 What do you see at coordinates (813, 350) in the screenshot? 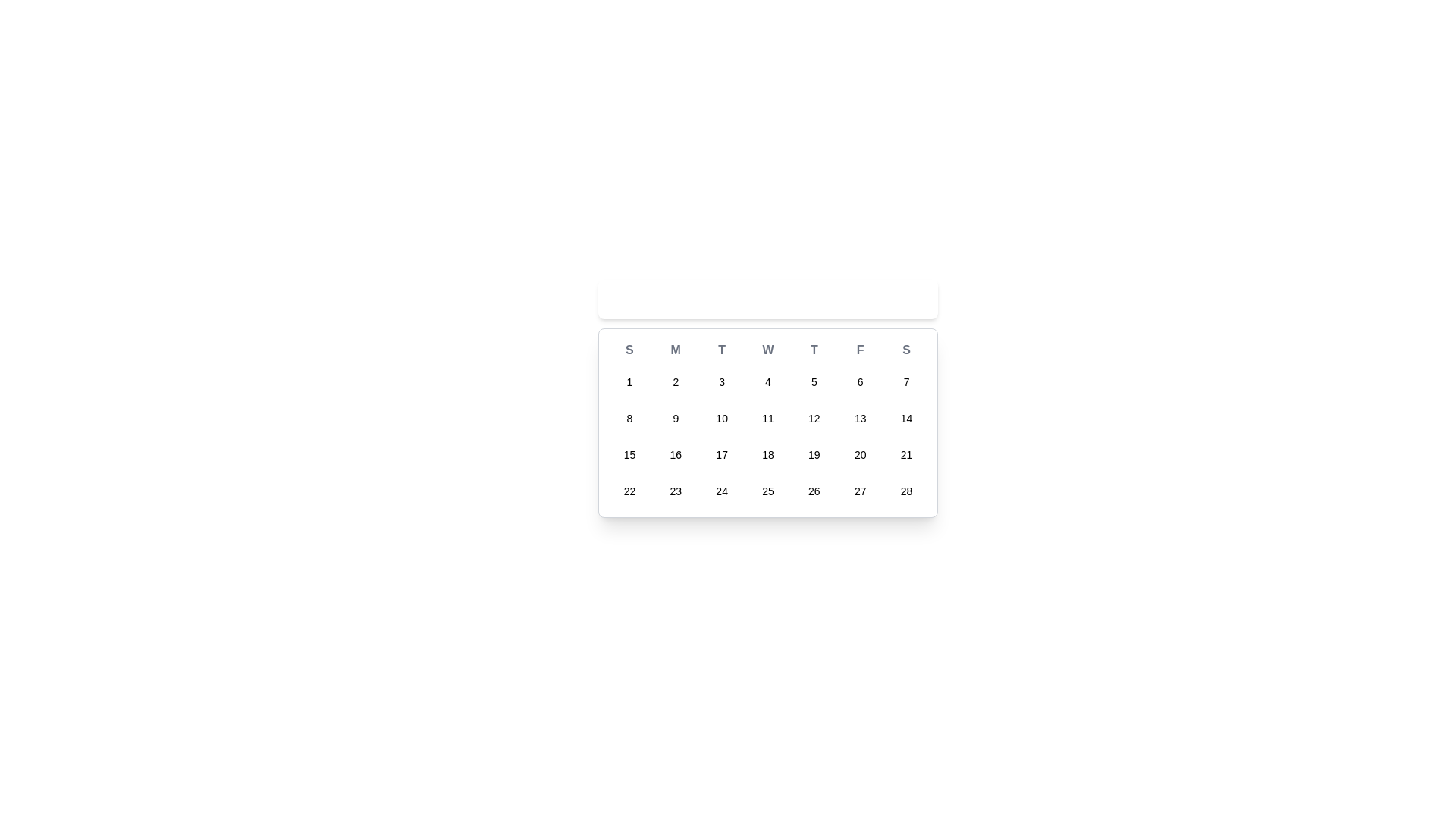
I see `the bold gray letter 'T' in the fifth column header of the calendar-like grid, positioned under the 'SMTWTFS' header` at bounding box center [813, 350].